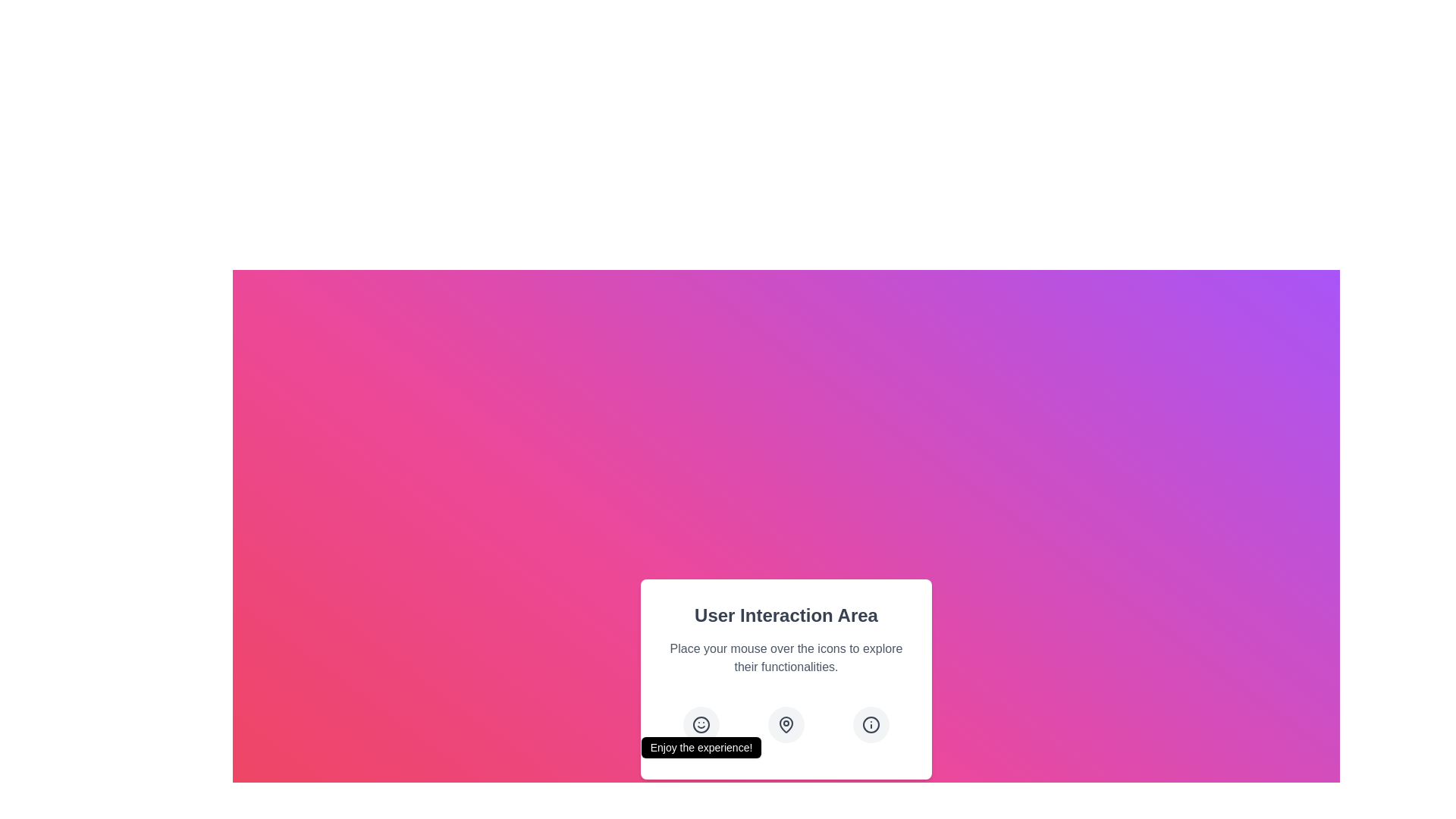 Image resolution: width=1456 pixels, height=819 pixels. What do you see at coordinates (701, 724) in the screenshot?
I see `the circular outline of the smiley face's head, which is centrally located above the mouth and between the two eye elements` at bounding box center [701, 724].